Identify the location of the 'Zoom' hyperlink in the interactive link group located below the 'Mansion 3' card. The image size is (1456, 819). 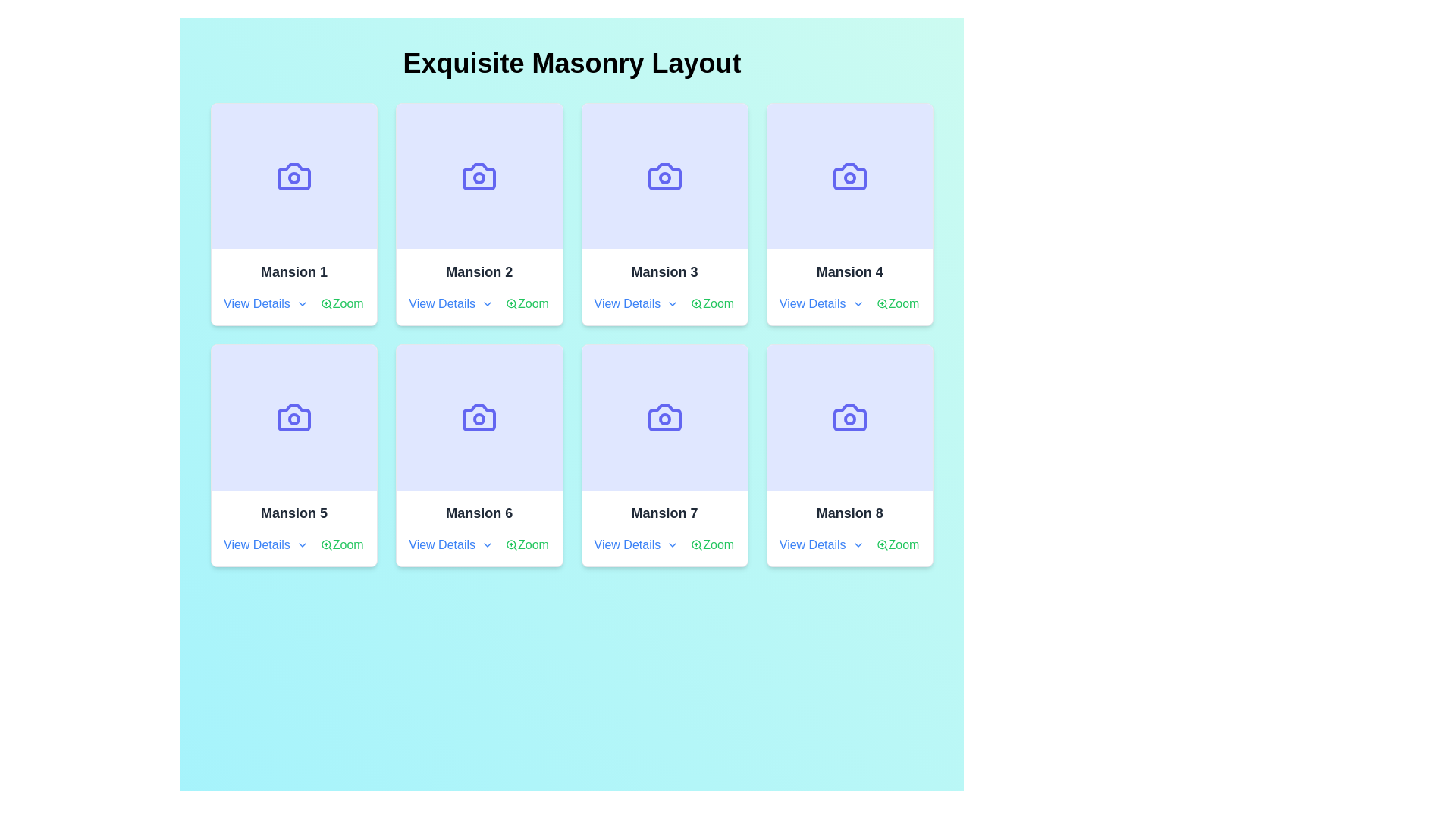
(664, 304).